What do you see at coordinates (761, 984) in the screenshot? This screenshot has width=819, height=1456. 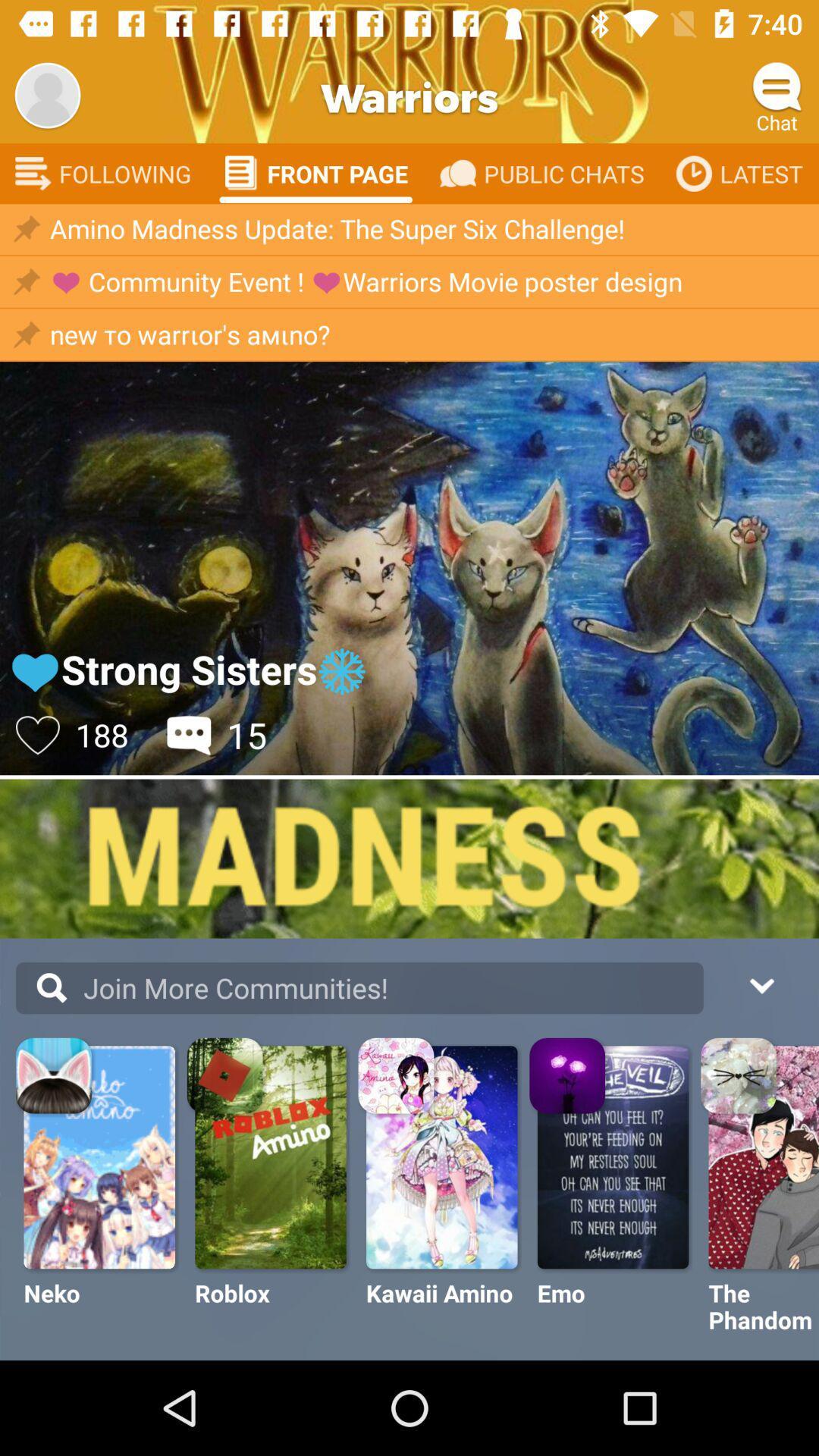 I see `the expand_more icon` at bounding box center [761, 984].